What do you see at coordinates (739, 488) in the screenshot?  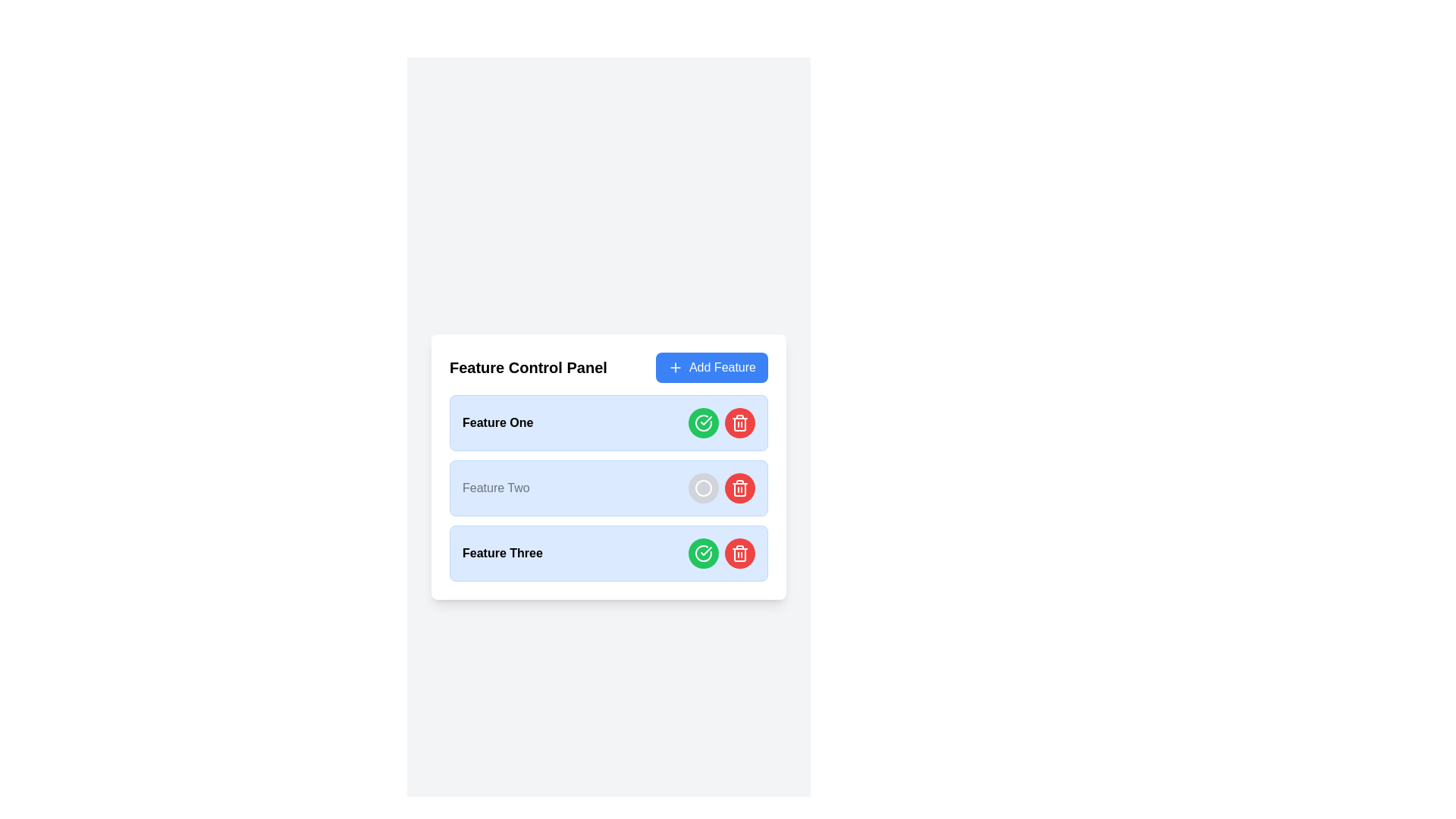 I see `the delete button located in the third row under the 'Feature Three' label` at bounding box center [739, 488].